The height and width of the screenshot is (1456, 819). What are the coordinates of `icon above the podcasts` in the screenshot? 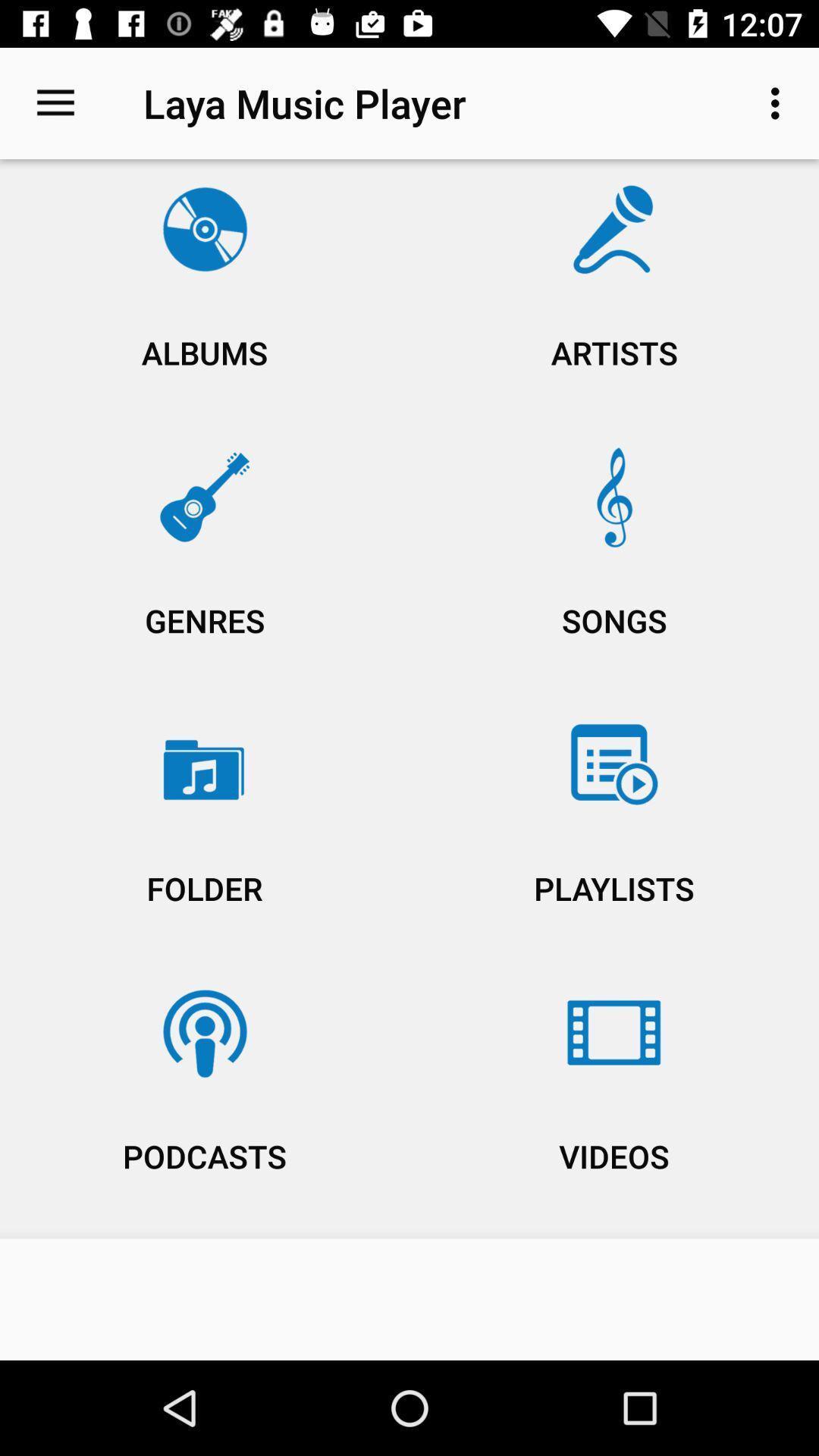 It's located at (205, 832).